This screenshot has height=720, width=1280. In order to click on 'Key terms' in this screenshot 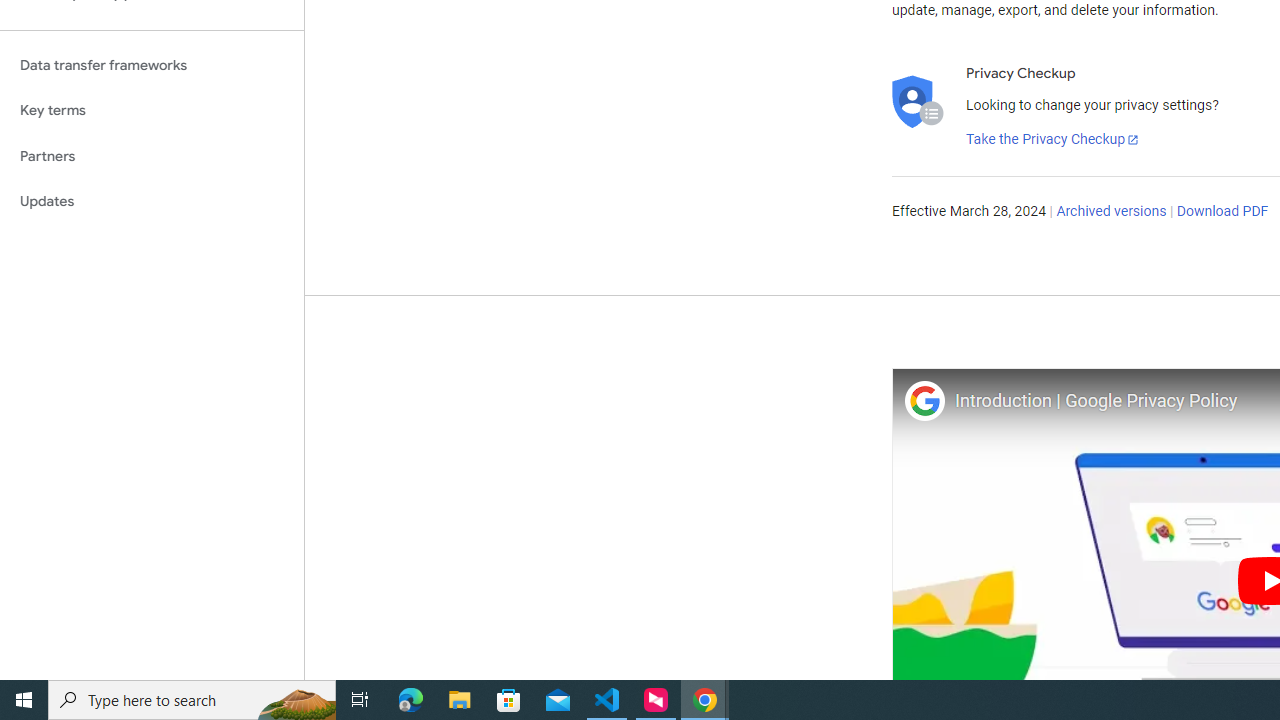, I will do `click(151, 110)`.